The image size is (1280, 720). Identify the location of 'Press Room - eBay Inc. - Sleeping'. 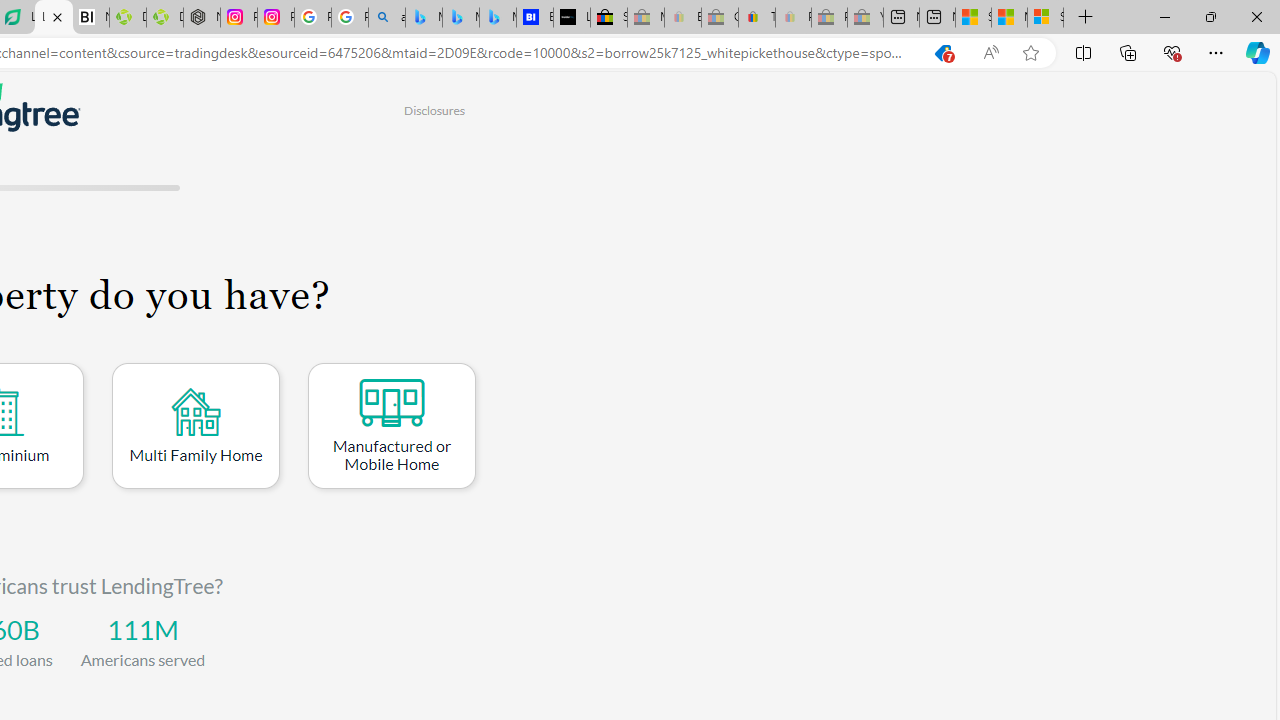
(829, 17).